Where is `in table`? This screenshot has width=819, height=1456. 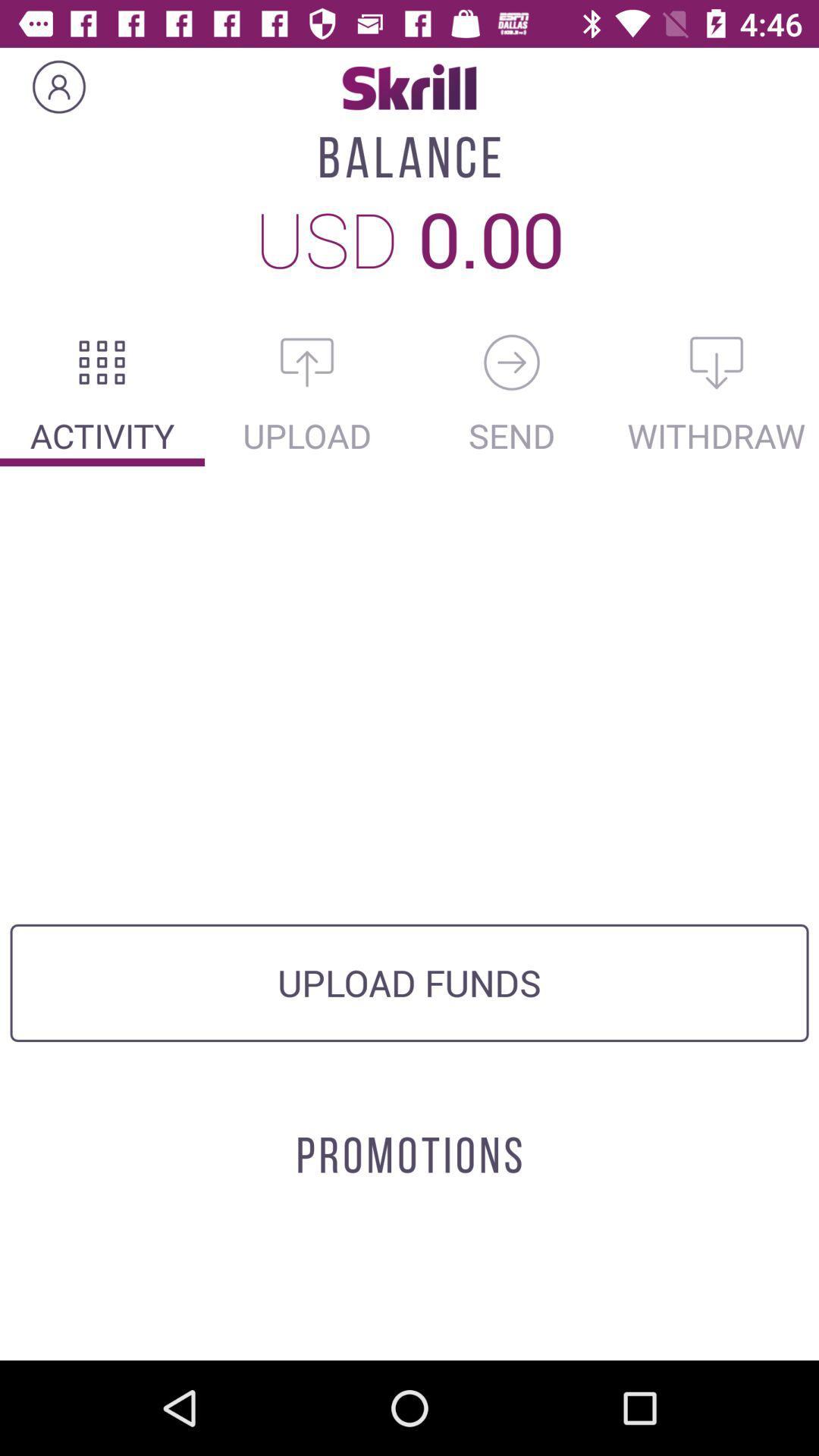 in table is located at coordinates (102, 362).